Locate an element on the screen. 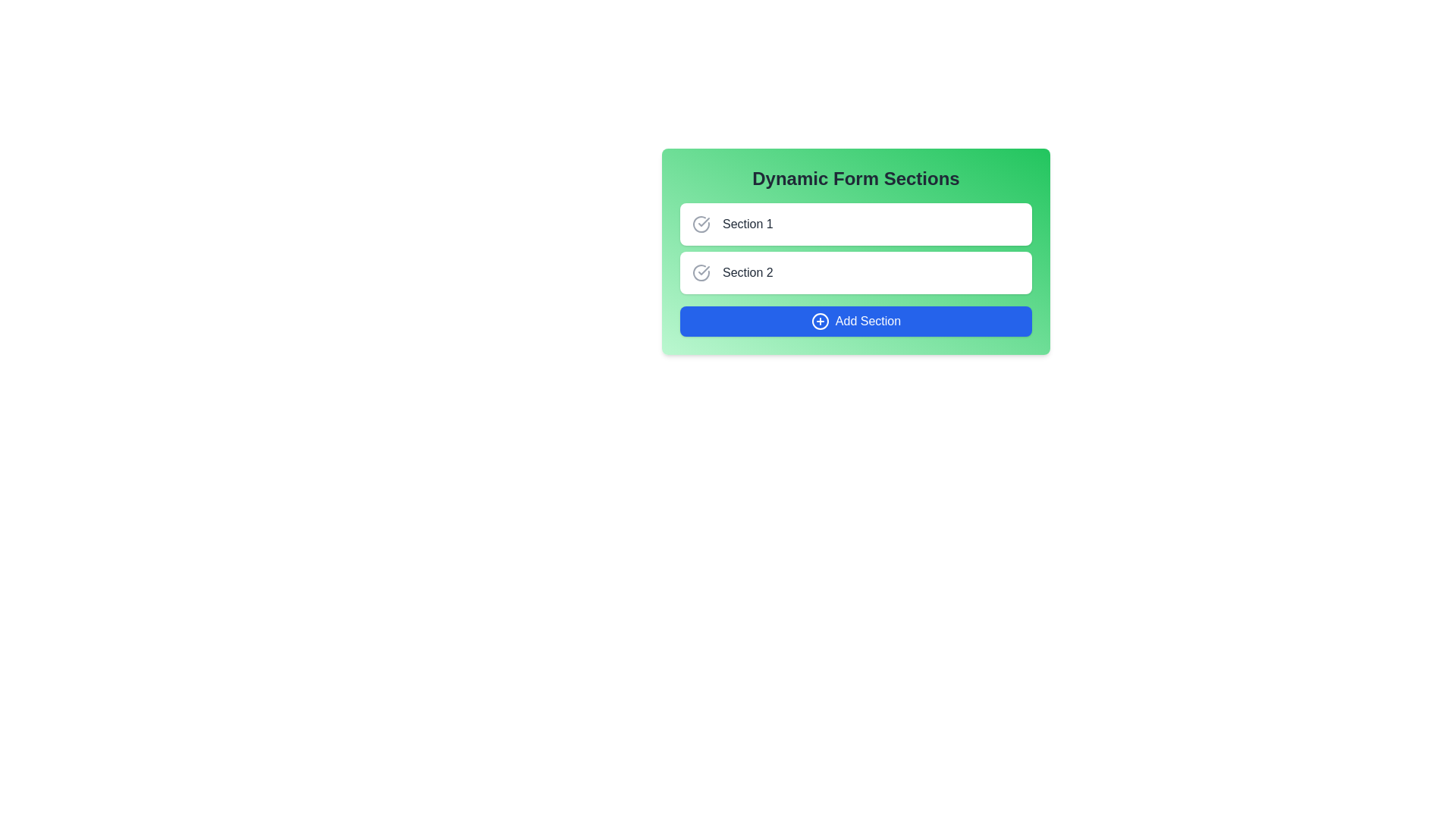 The width and height of the screenshot is (1456, 819). the title element of the second section in the Dynamic Form Sections, which is displayed with a white background and rounded edges, indicating the section's name is located at coordinates (748, 271).